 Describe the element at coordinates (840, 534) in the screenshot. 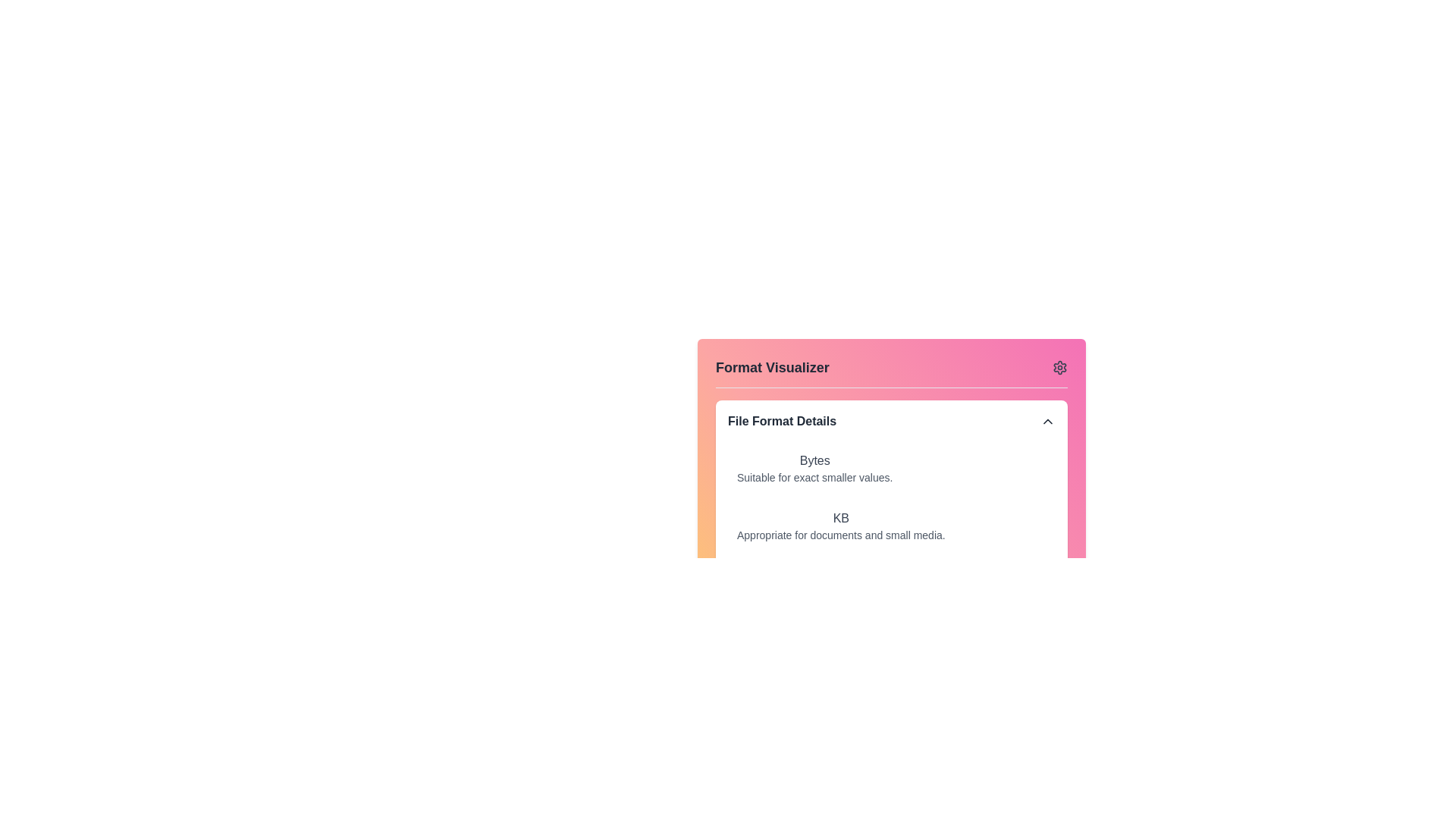

I see `the text label that provides supplementary information about the 'KB' label, located directly beneath it in the 'File Format Details' panel within a pink card interface` at that location.